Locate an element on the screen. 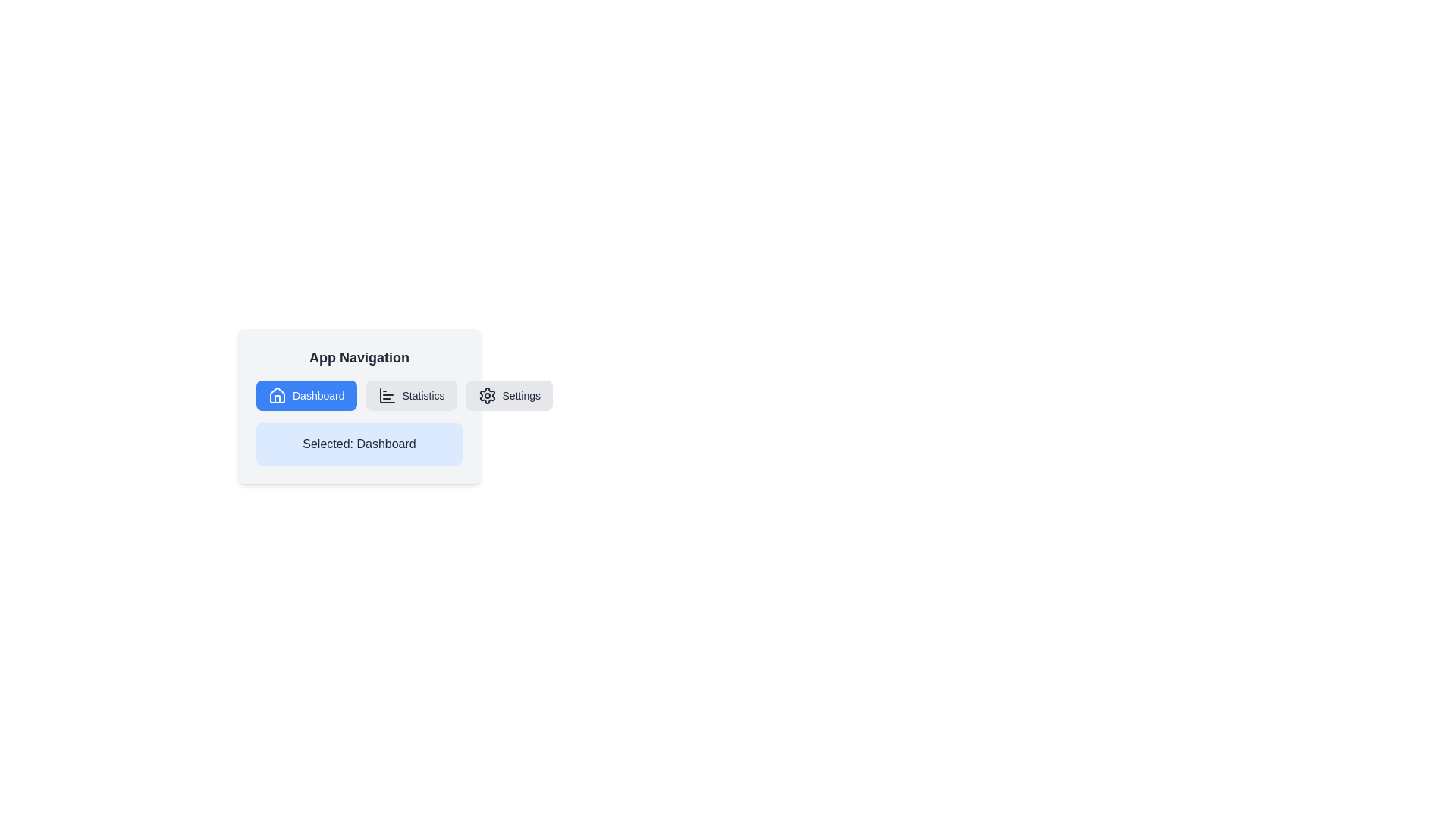 Image resolution: width=1456 pixels, height=819 pixels. the house icon with a blue background, white interior, and black outline, which is part of the navigation button labeled 'Dashboard' is located at coordinates (277, 394).